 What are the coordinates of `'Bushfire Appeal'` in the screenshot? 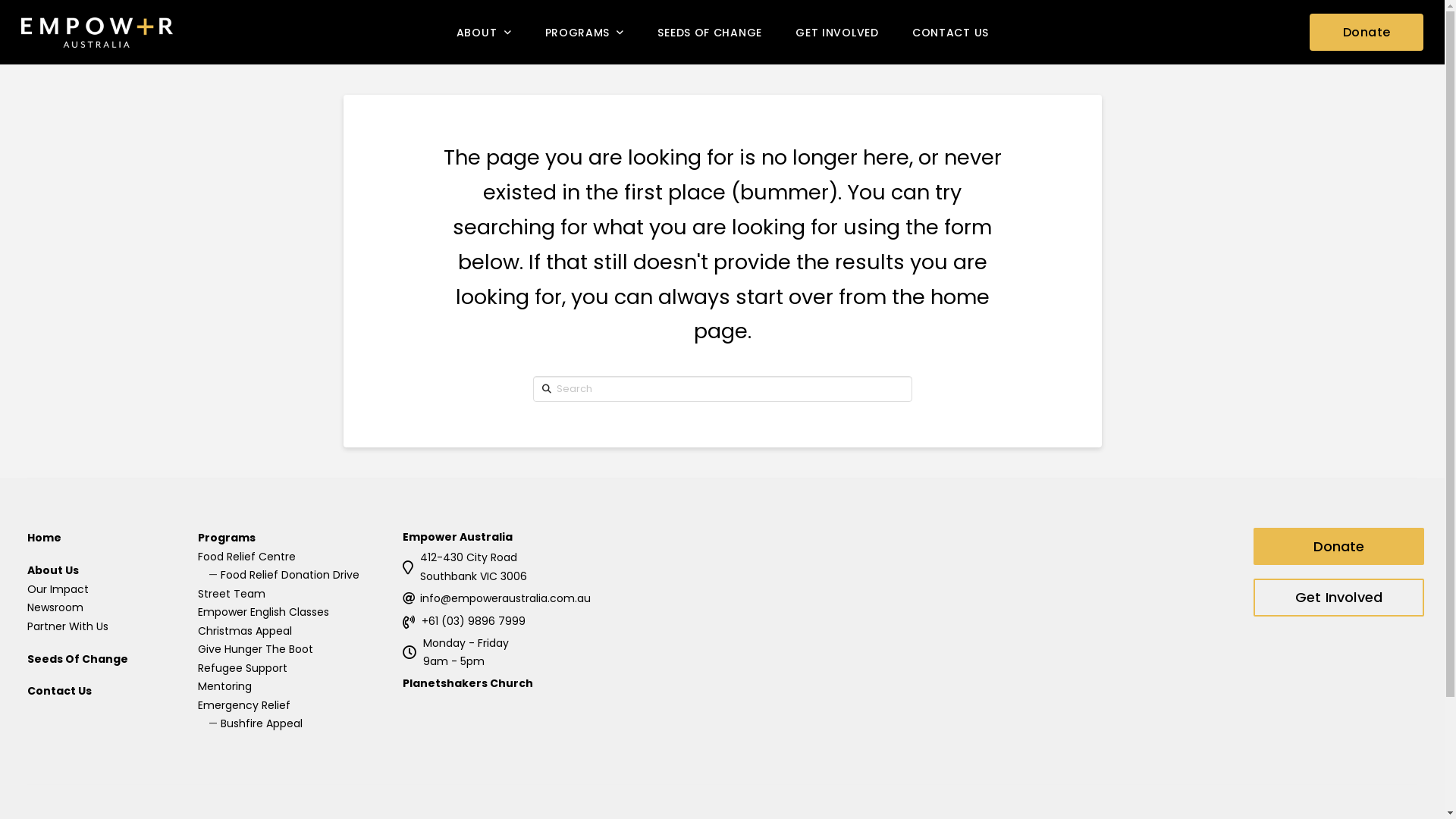 It's located at (262, 722).